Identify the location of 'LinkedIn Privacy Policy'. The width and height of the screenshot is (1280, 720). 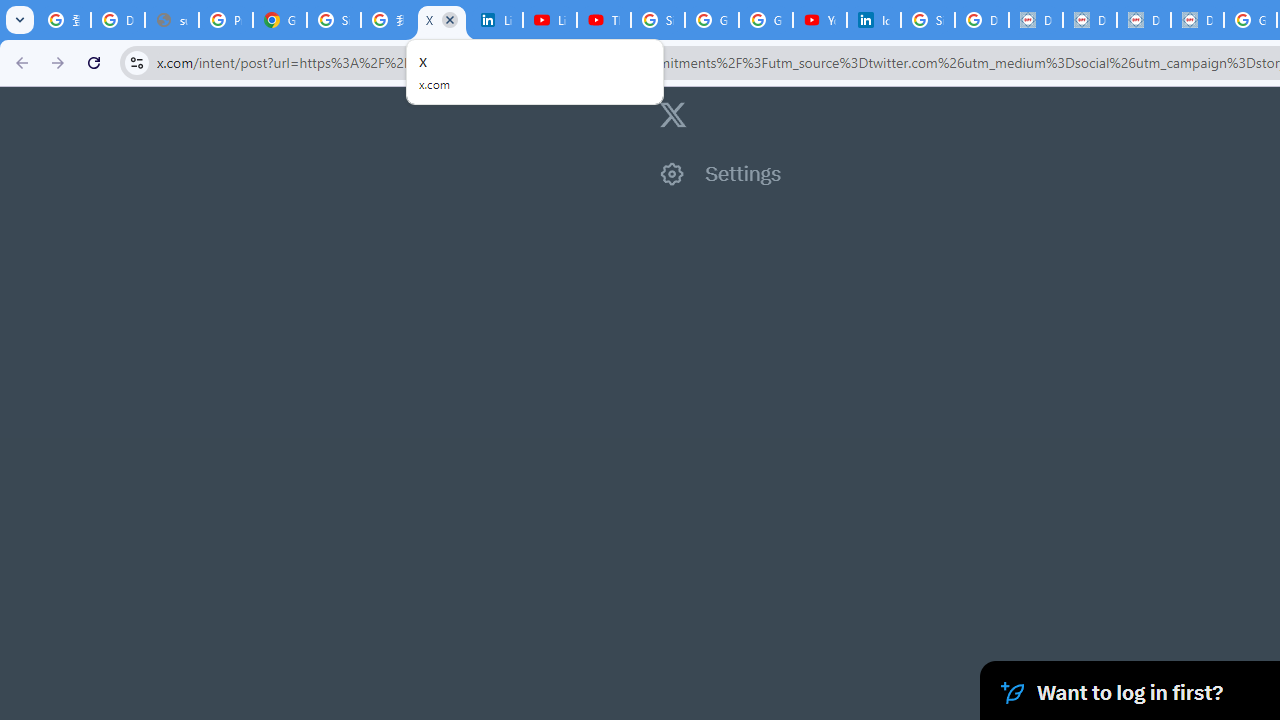
(496, 20).